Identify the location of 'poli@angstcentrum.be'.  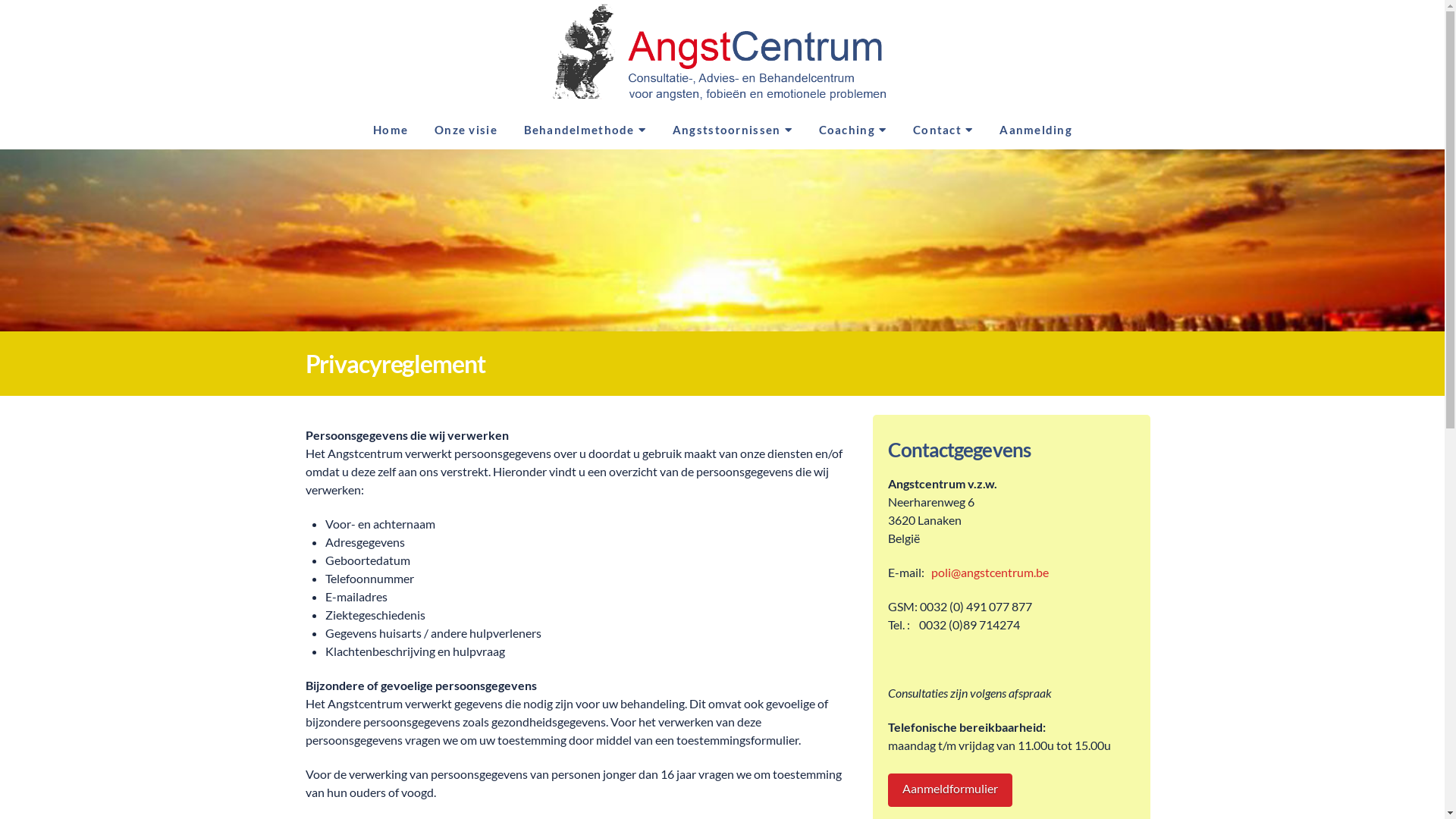
(990, 572).